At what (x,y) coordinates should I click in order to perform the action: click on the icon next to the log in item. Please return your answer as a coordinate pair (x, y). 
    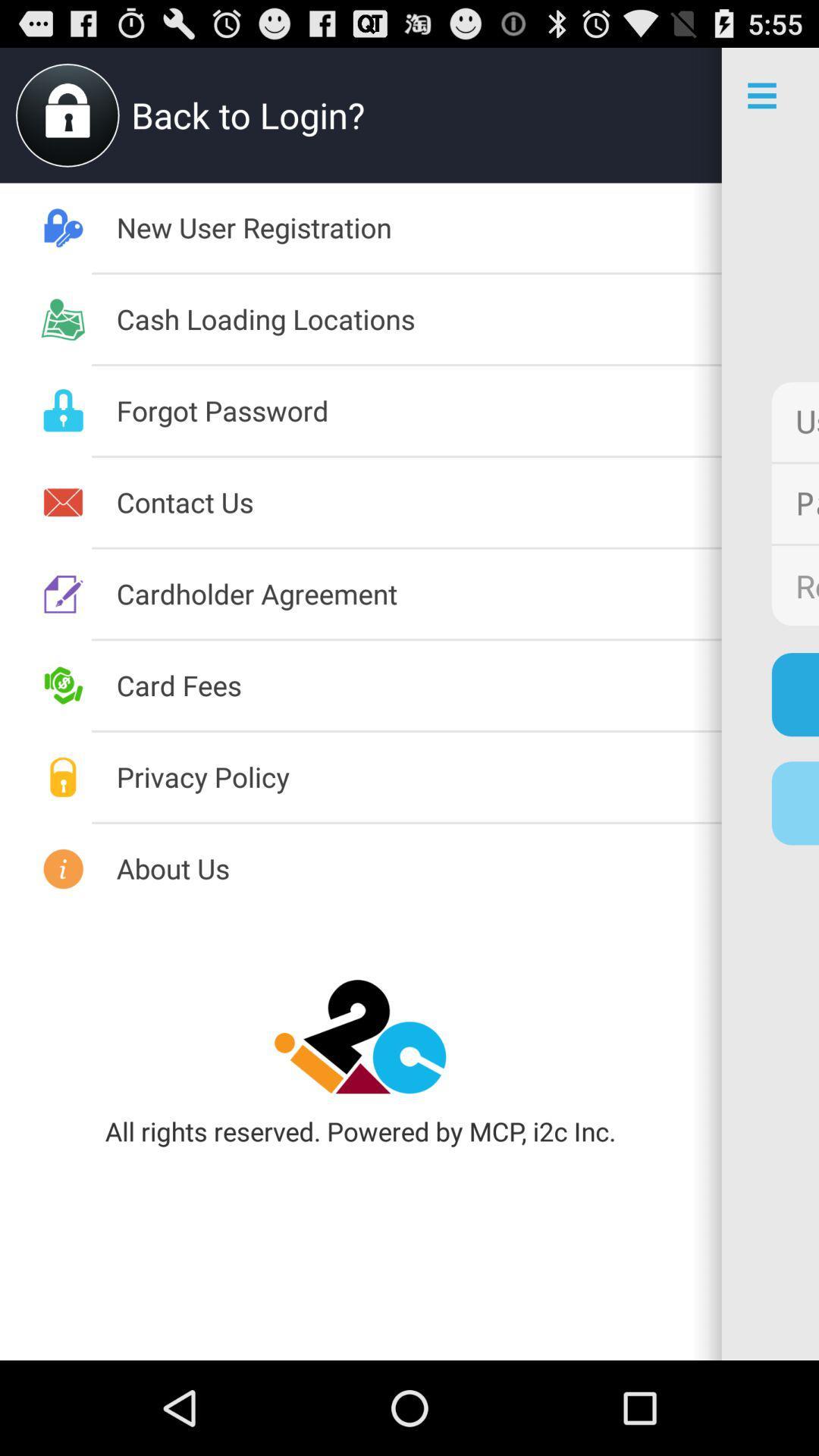
    Looking at the image, I should click on (419, 684).